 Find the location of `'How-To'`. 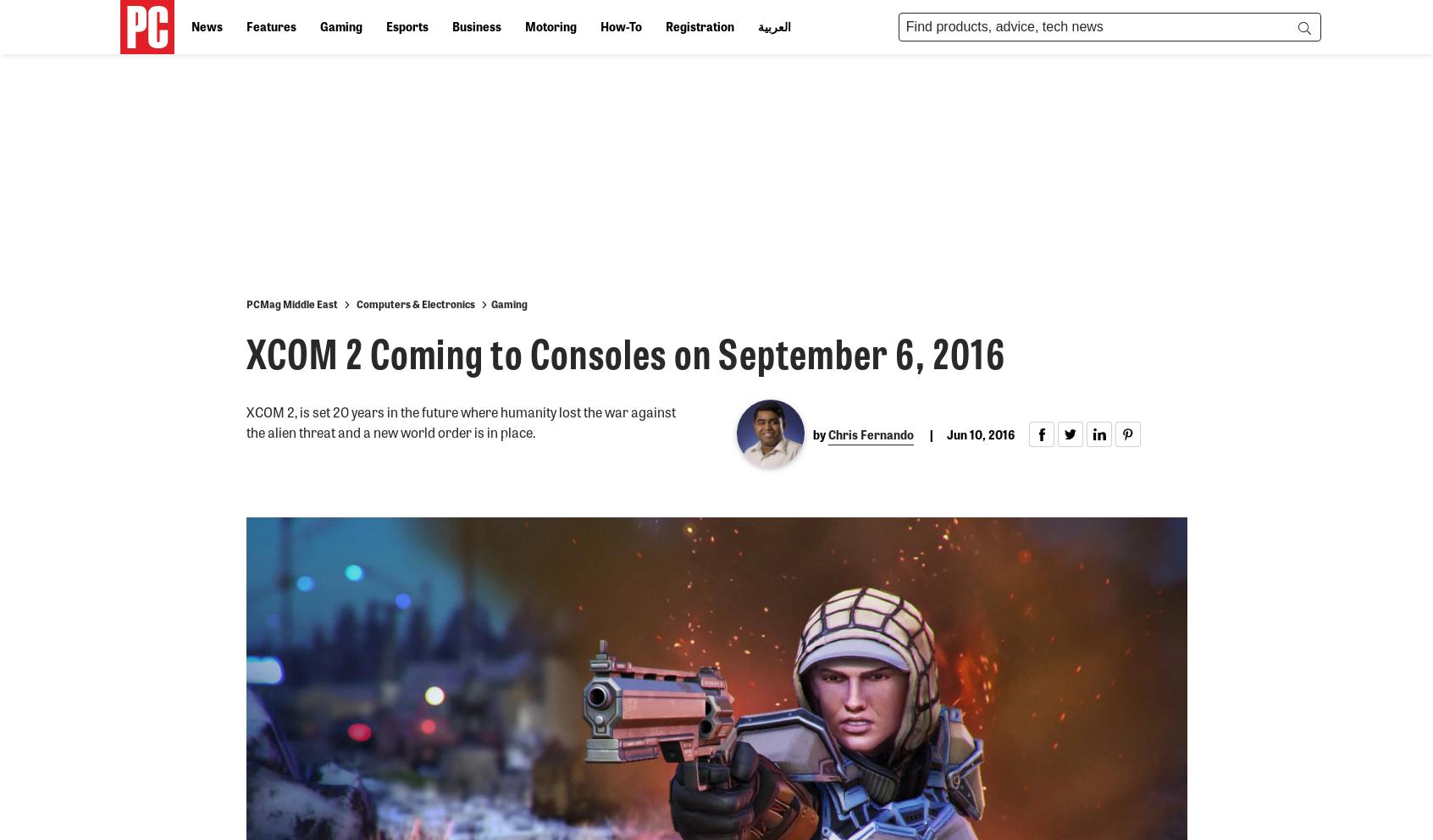

'How-To' is located at coordinates (620, 25).